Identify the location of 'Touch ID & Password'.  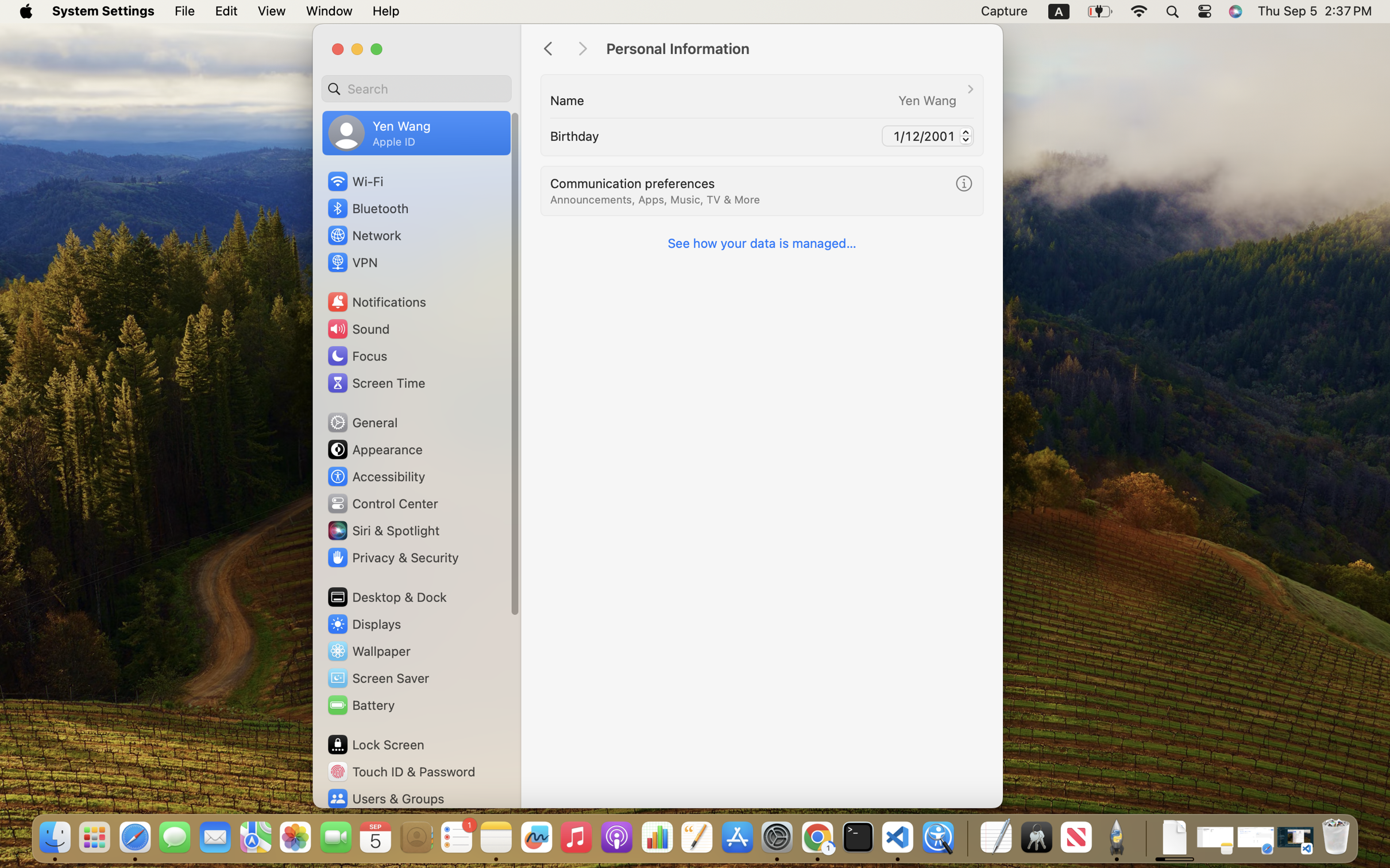
(400, 771).